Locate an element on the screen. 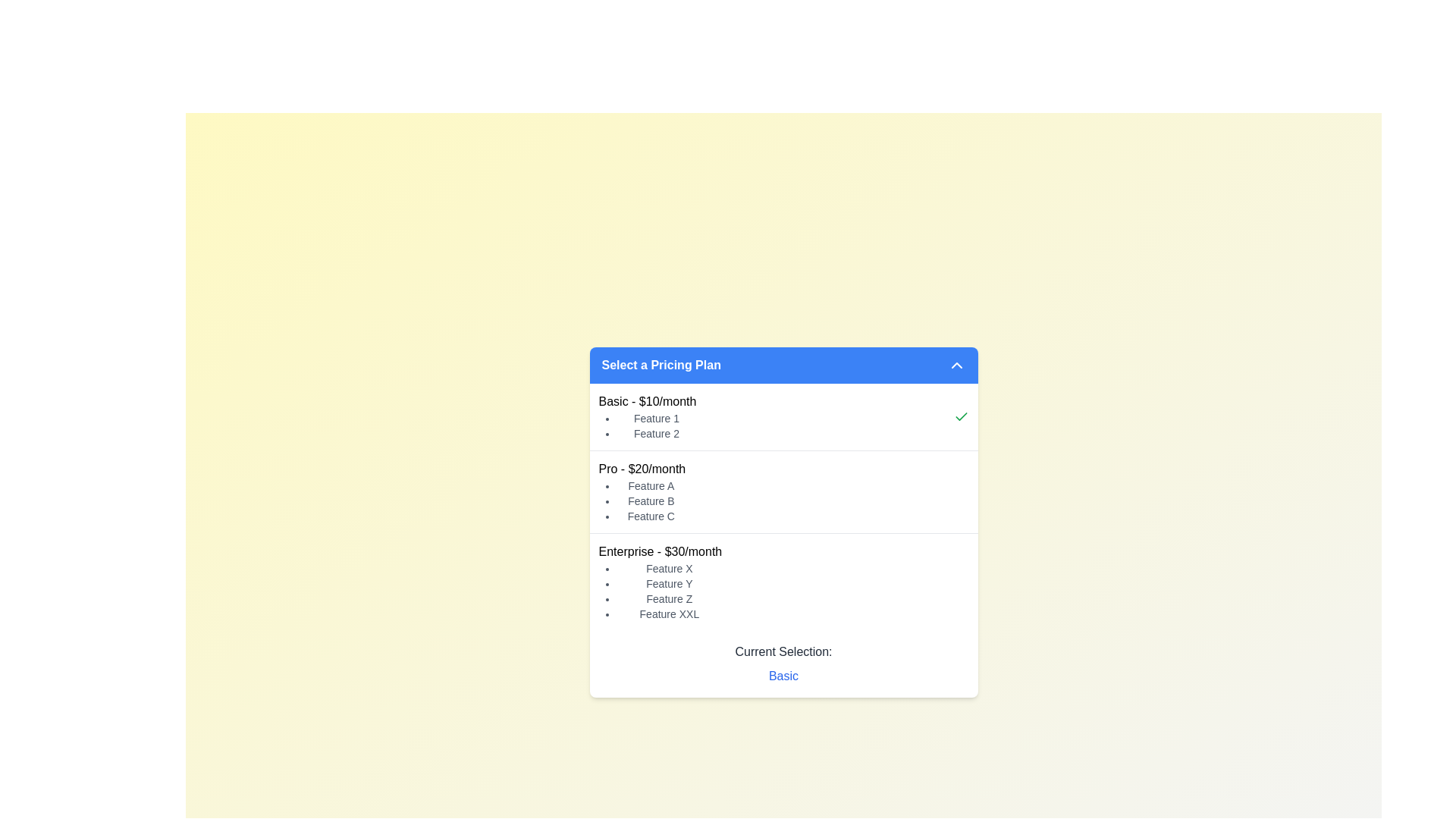  the features list associated with the 'Pro' pricing plan, located below the 'Pro - $20/month' section title is located at coordinates (642, 500).